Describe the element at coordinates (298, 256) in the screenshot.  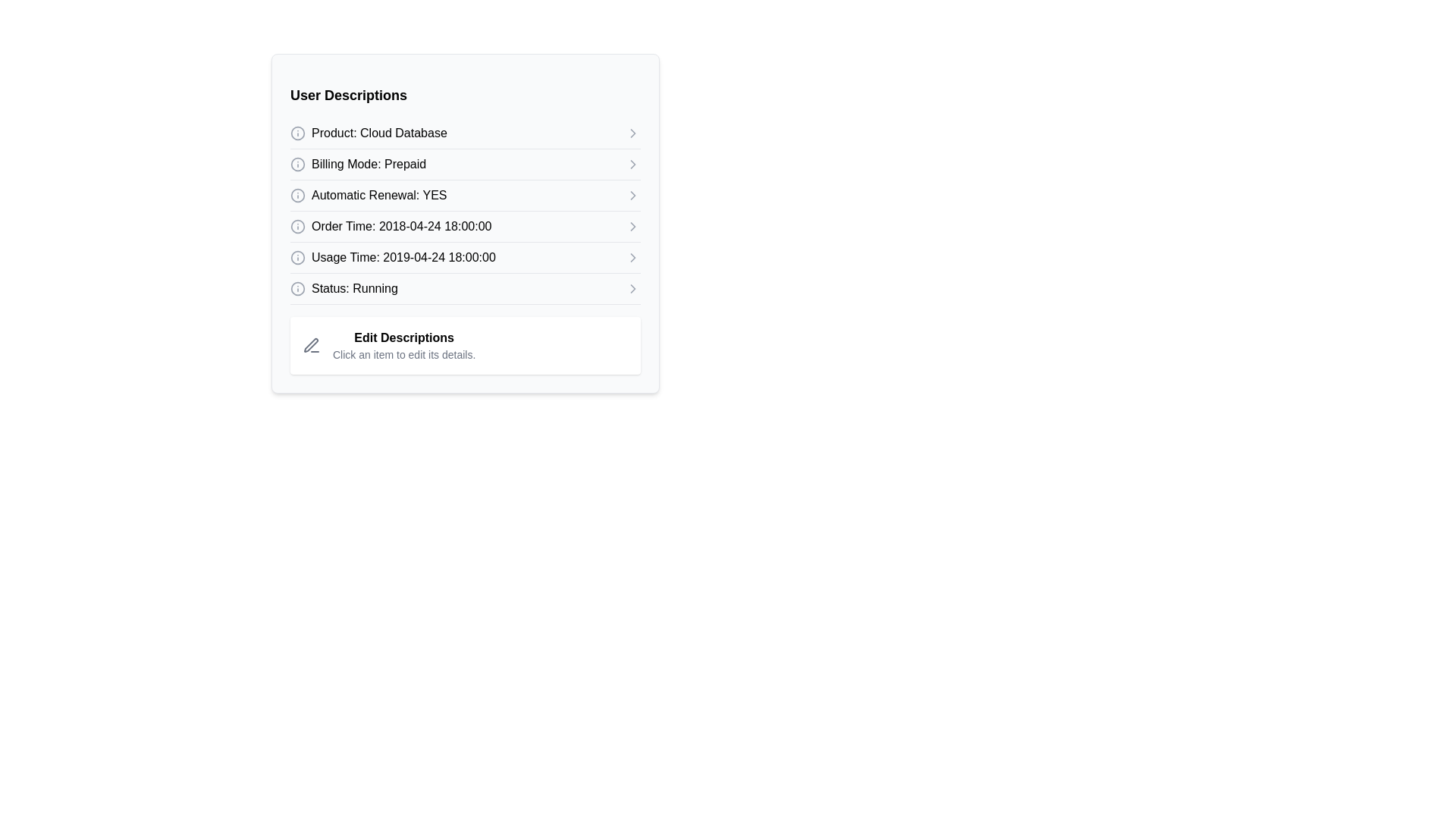
I see `circular gray outlined icon located to the left of the 'Usage Time: 2019-04-24 18:00:00' entry in the 'User Descriptions' list` at that location.